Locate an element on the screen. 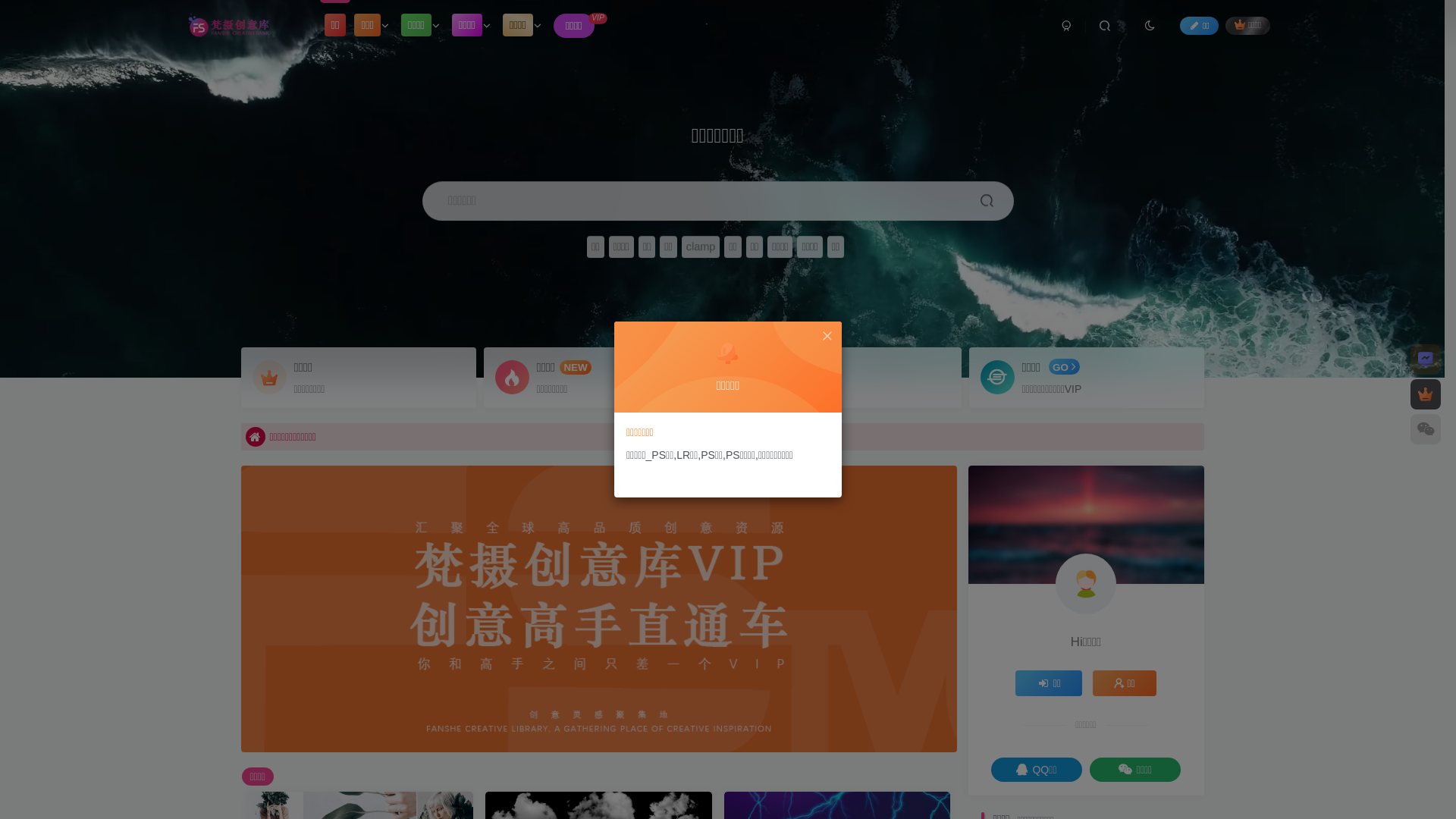 The height and width of the screenshot is (819, 1456). 'clamp' is located at coordinates (700, 246).